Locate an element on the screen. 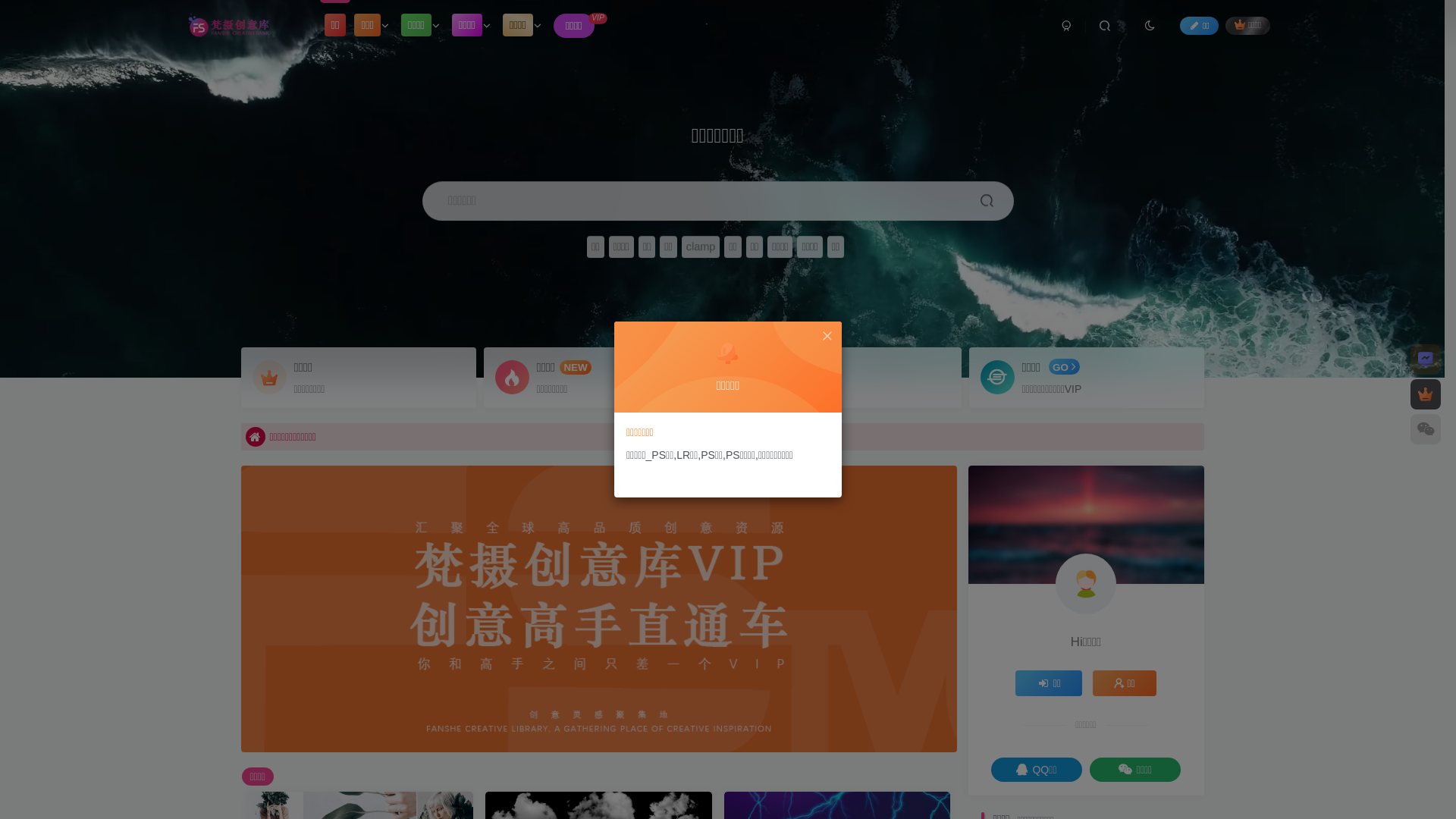 The height and width of the screenshot is (819, 1456). 'clamp' is located at coordinates (700, 246).